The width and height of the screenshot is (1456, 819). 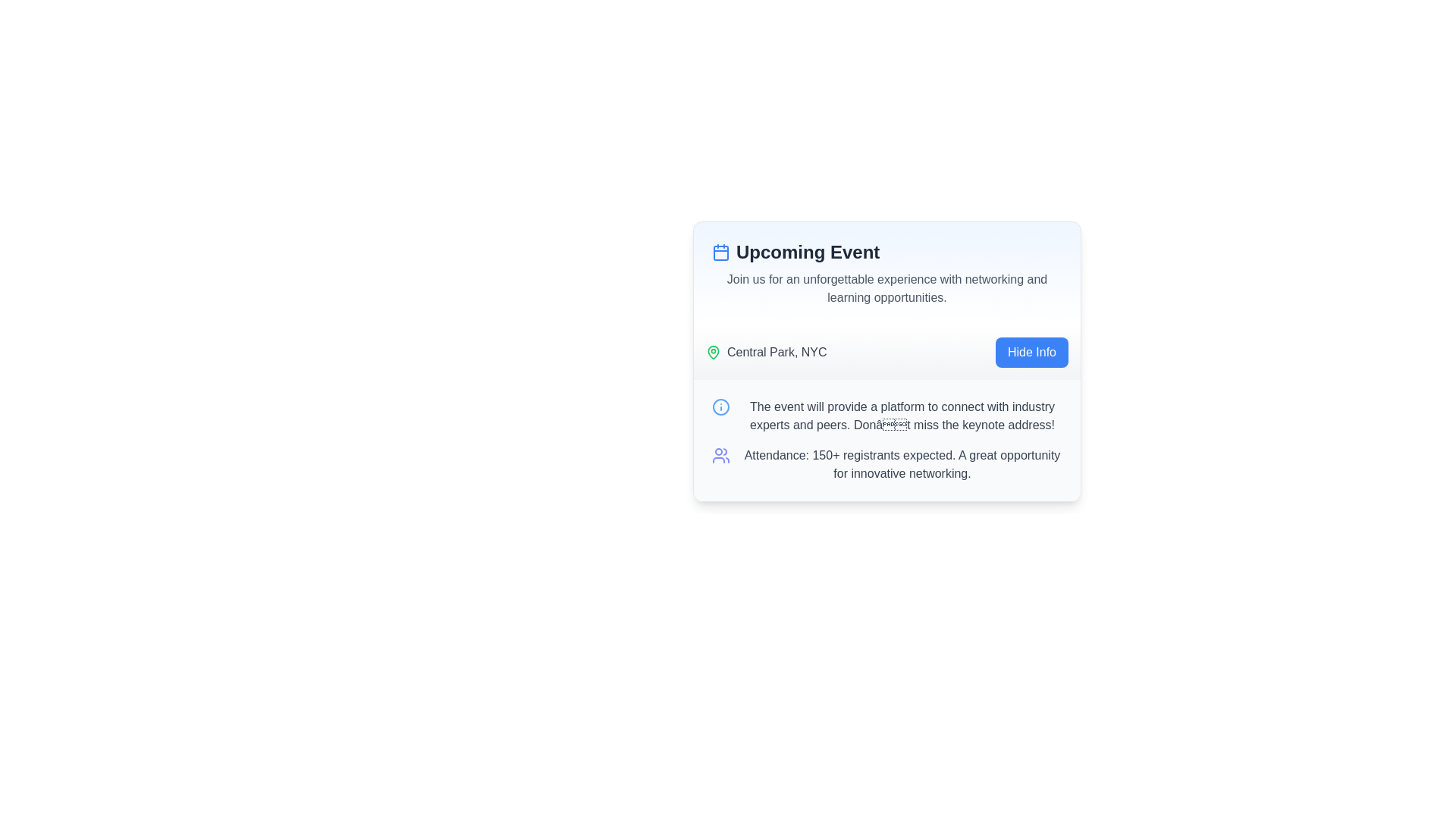 I want to click on the geographical location icon positioned in the upper-middle of the event information card, to the left of the text 'Central Park, NYC', so click(x=712, y=351).